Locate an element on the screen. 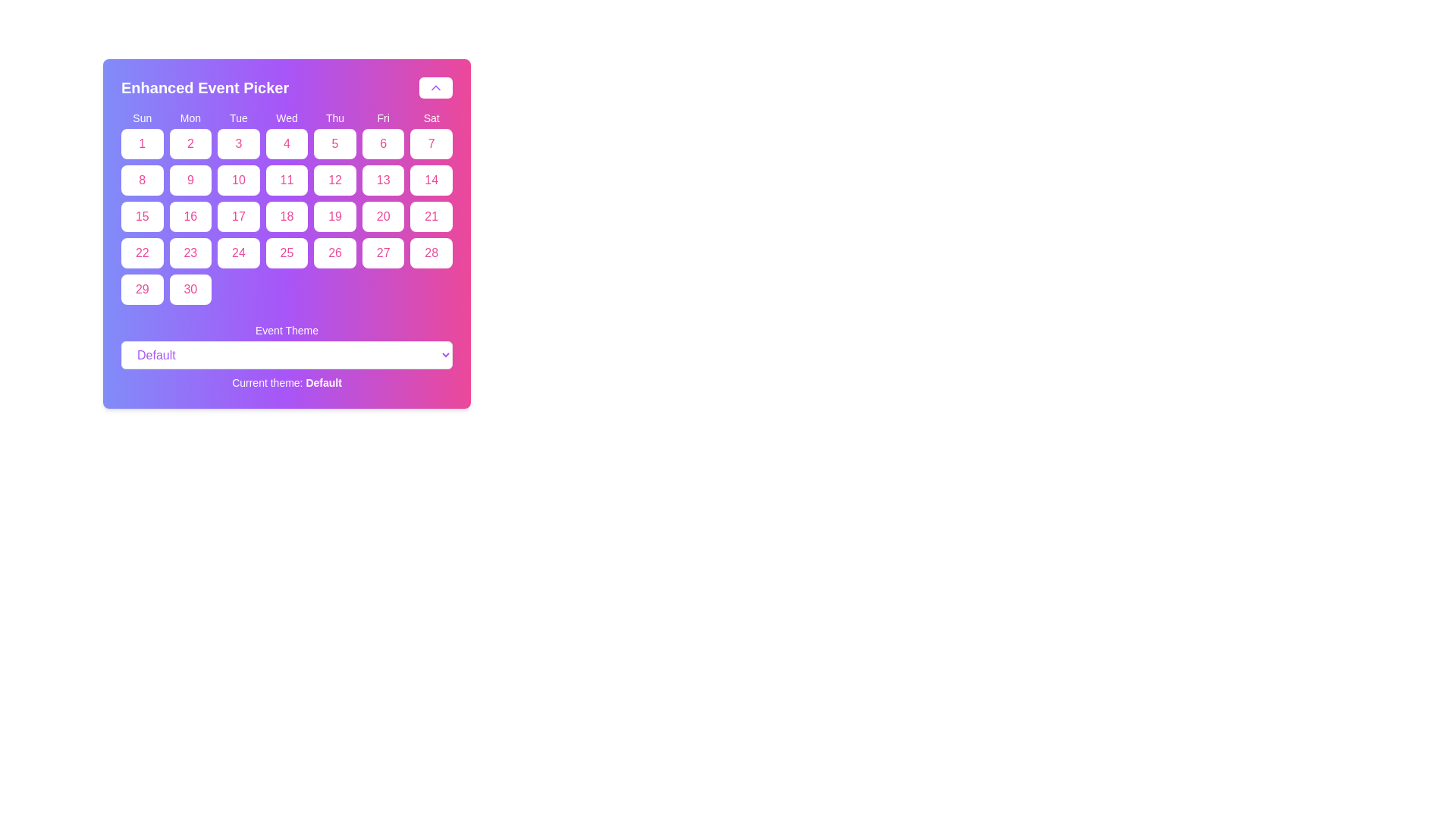 This screenshot has height=819, width=1456. the first day cell of the calendar grid, which is located under the 'Sun' label is located at coordinates (142, 143).